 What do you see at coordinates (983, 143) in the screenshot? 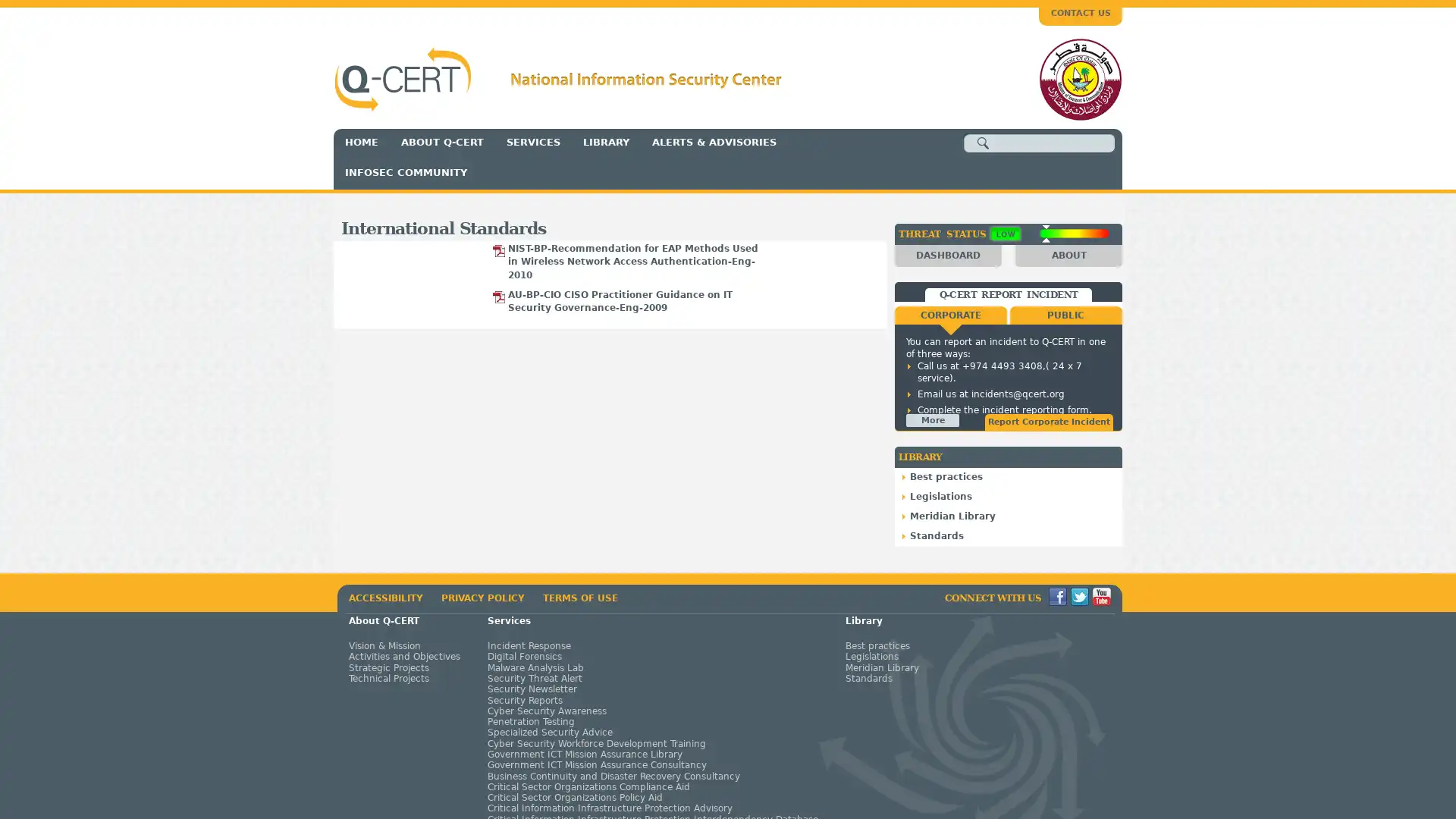
I see `Search` at bounding box center [983, 143].